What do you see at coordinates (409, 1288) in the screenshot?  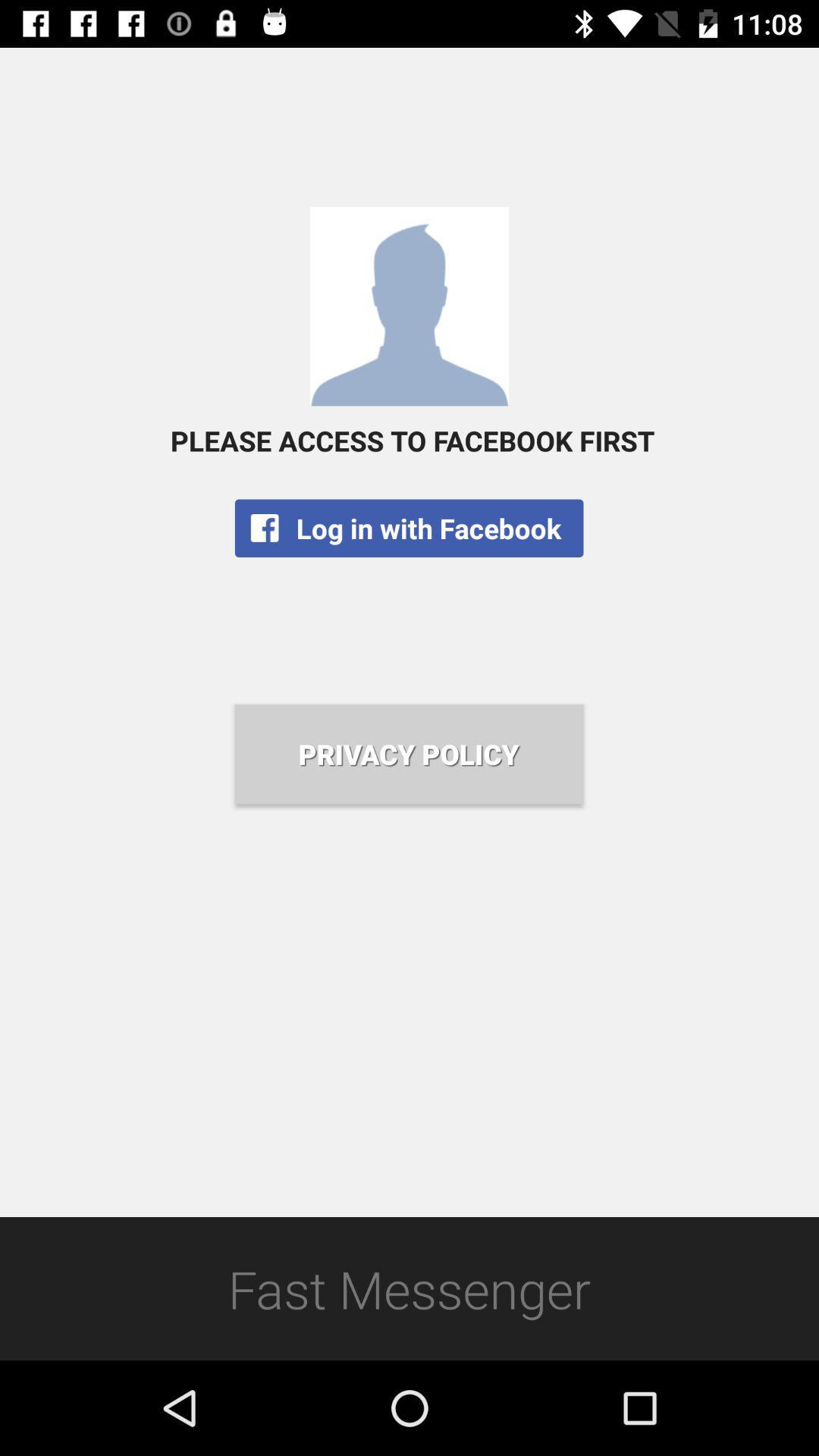 I see `the fast messenger item` at bounding box center [409, 1288].